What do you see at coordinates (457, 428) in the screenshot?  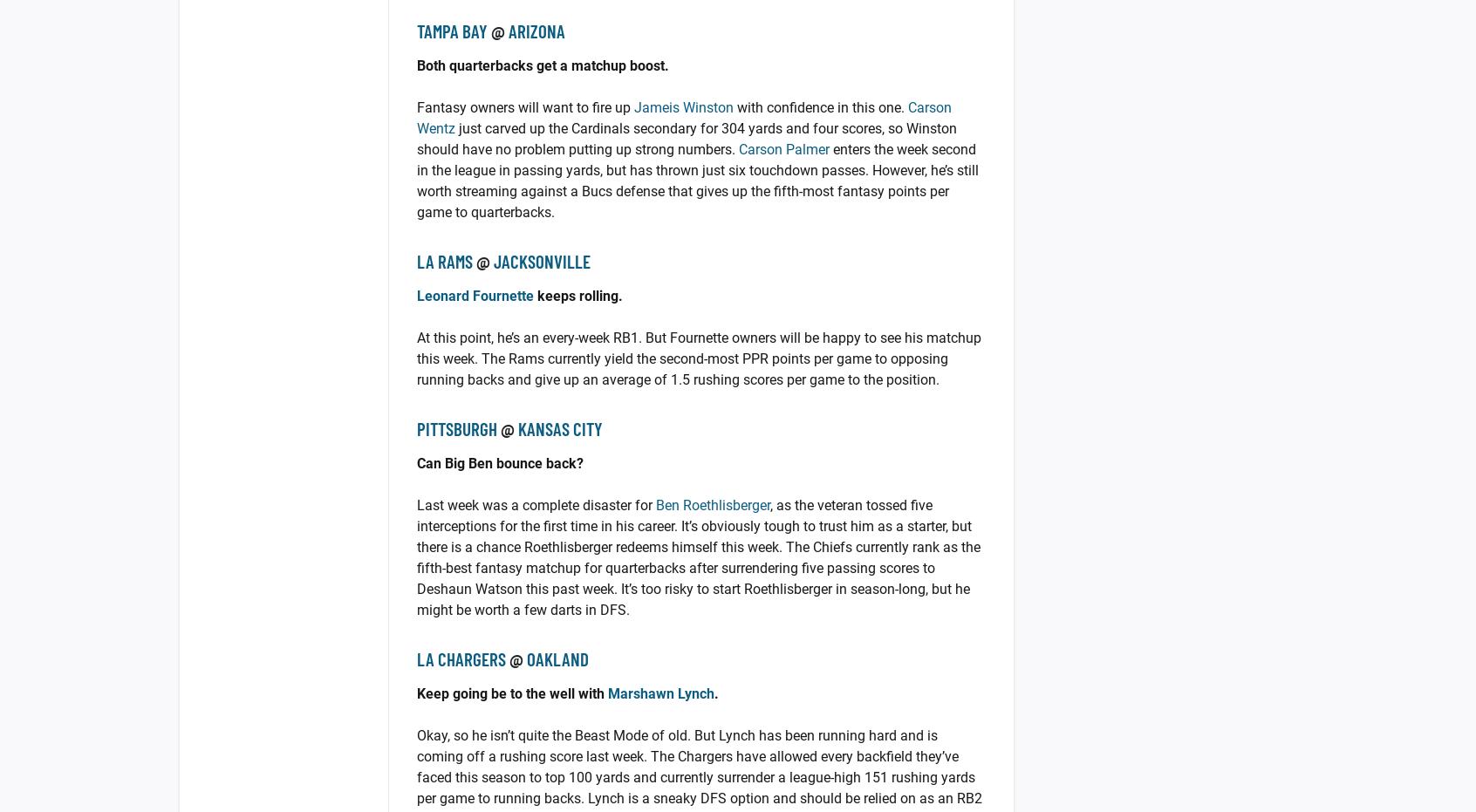 I see `'Pittsburgh'` at bounding box center [457, 428].